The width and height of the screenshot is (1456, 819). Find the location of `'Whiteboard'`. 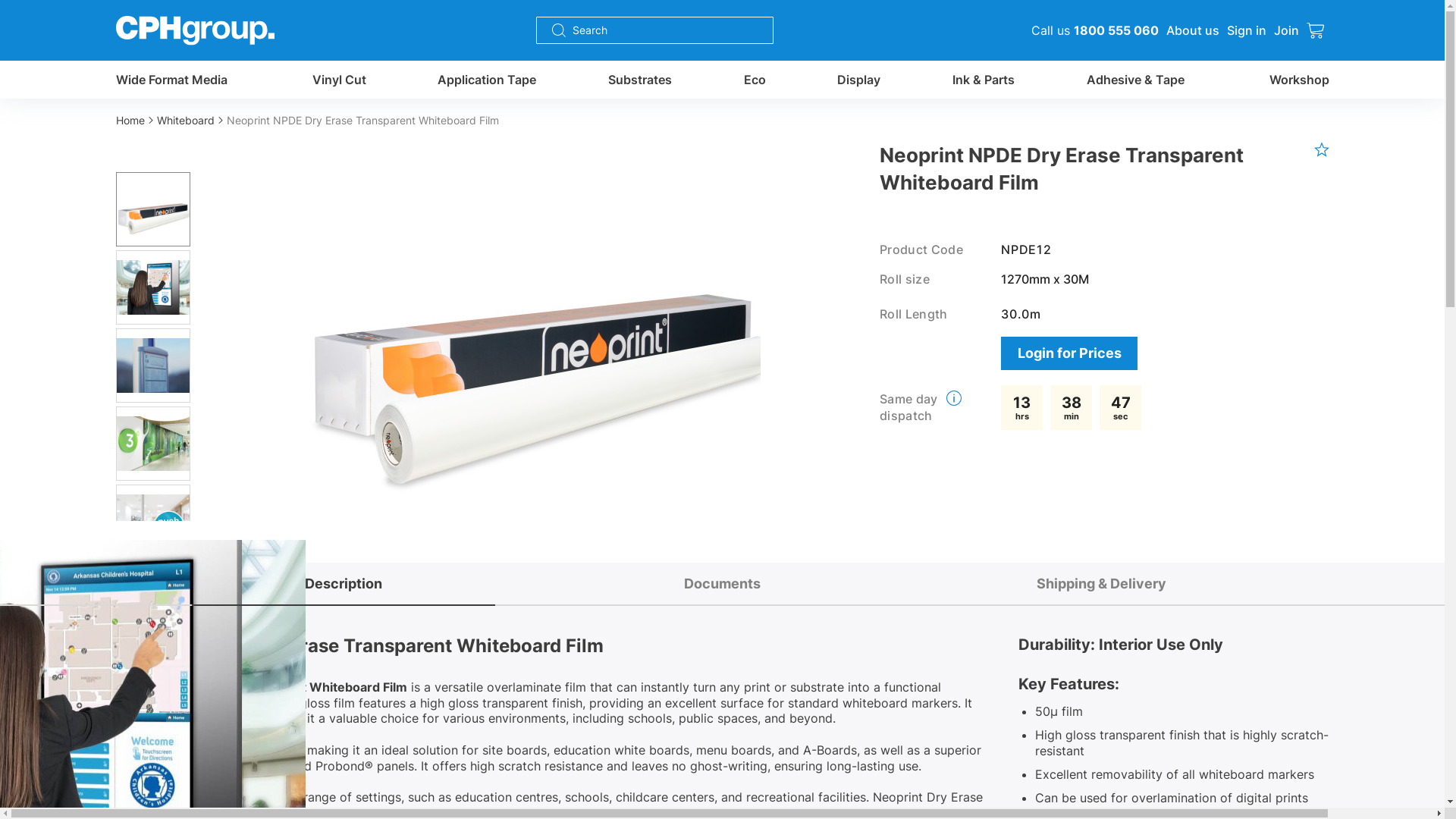

'Whiteboard' is located at coordinates (190, 119).